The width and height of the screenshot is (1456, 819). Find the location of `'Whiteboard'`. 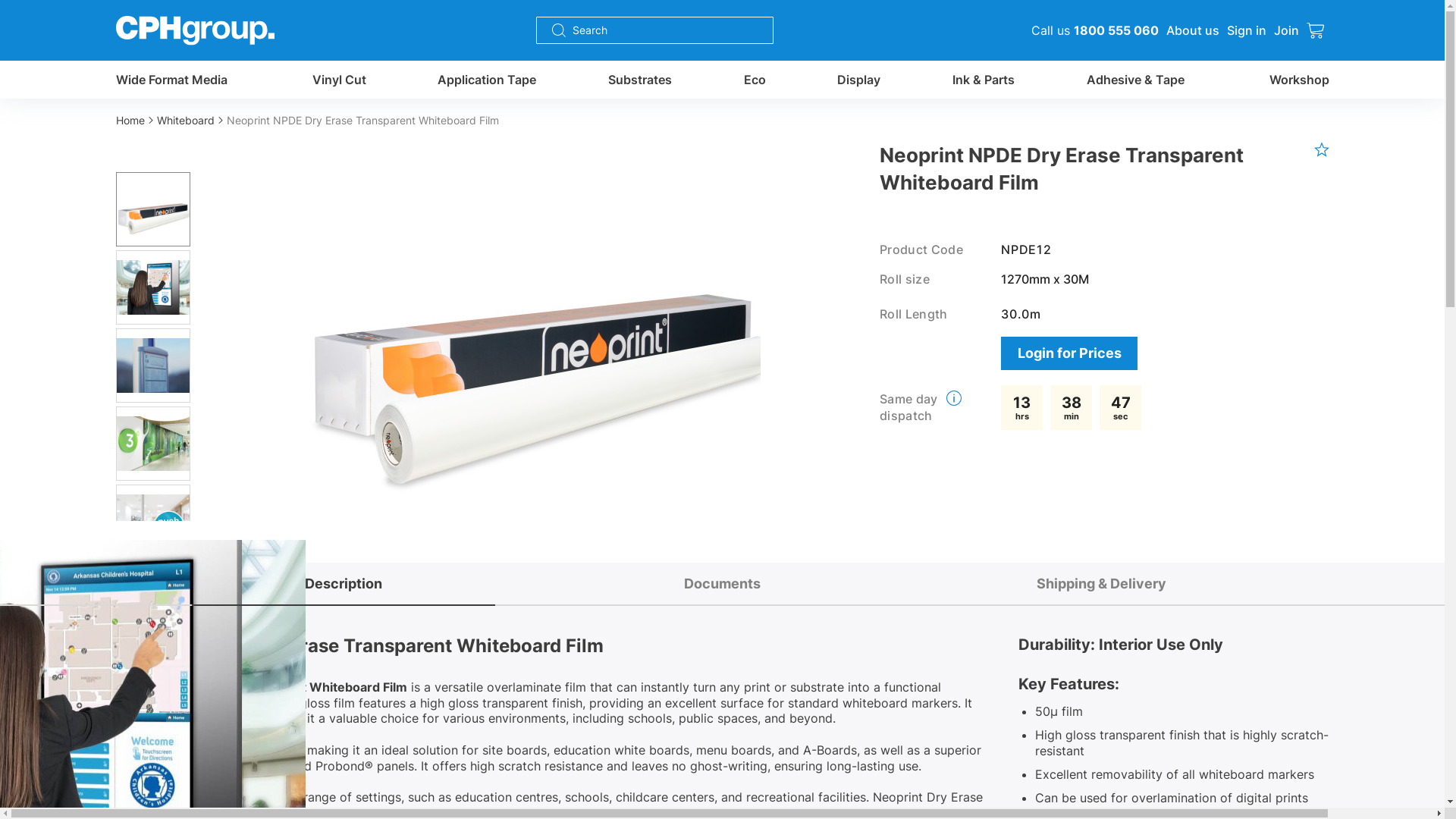

'Whiteboard' is located at coordinates (190, 119).